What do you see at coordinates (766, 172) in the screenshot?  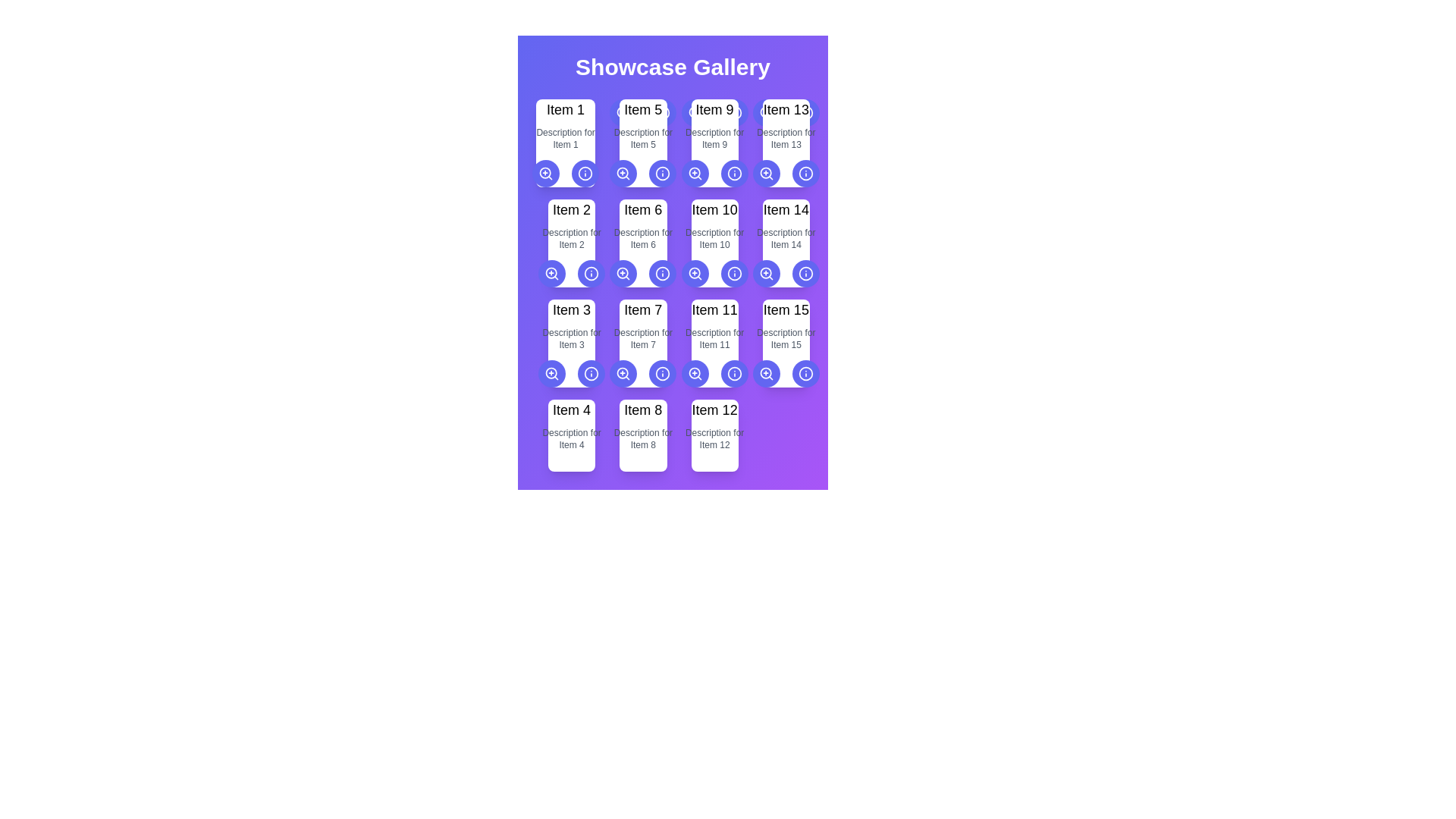 I see `the circular icon containing a magnifying glass with a '+' sign inside it, which represents a zoom-in action` at bounding box center [766, 172].